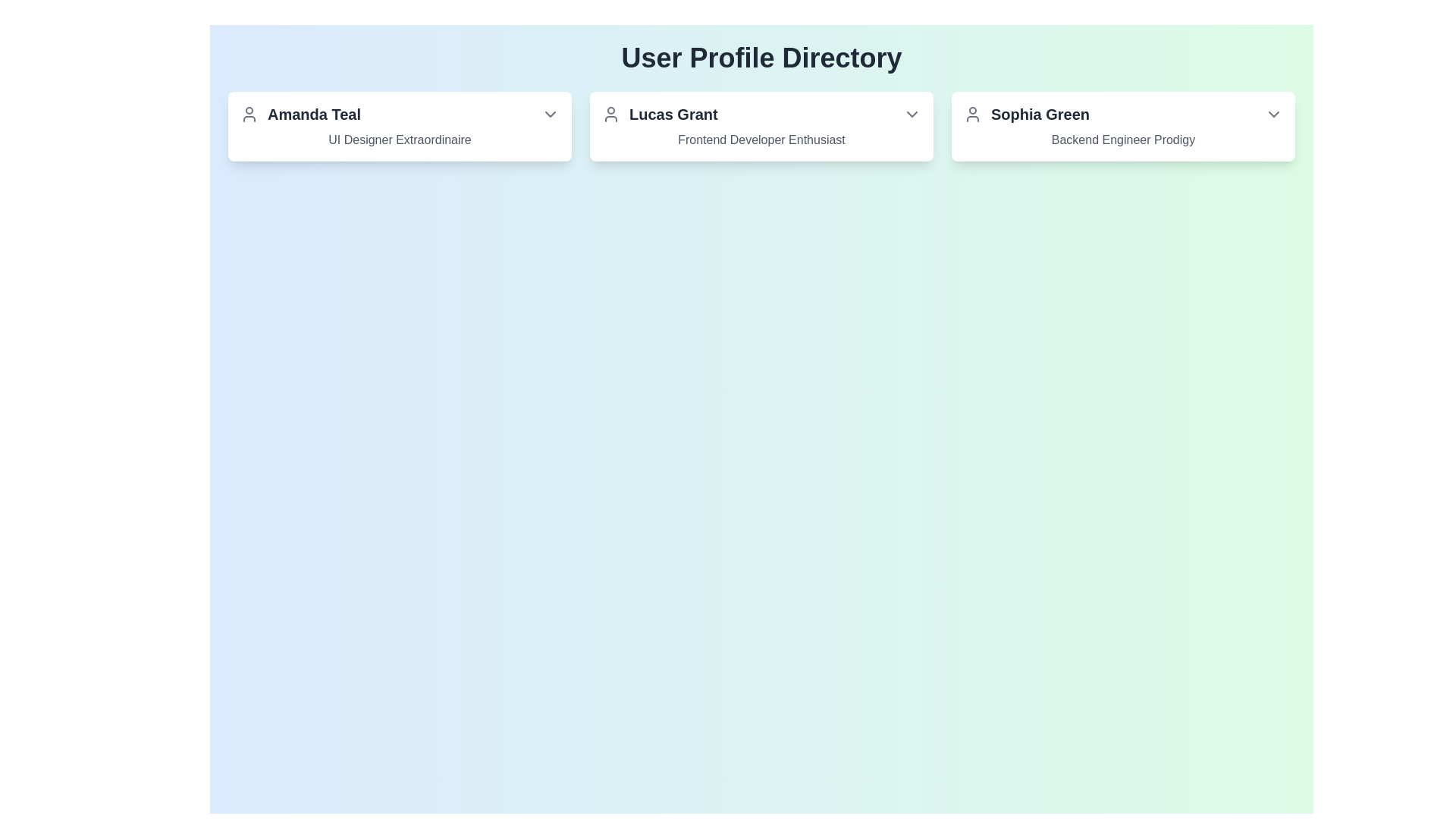 The width and height of the screenshot is (1456, 819). I want to click on the SVG Icon representing the user's profile image for 'Lucas Grant' located at the top-left corner of the profile card, so click(611, 113).